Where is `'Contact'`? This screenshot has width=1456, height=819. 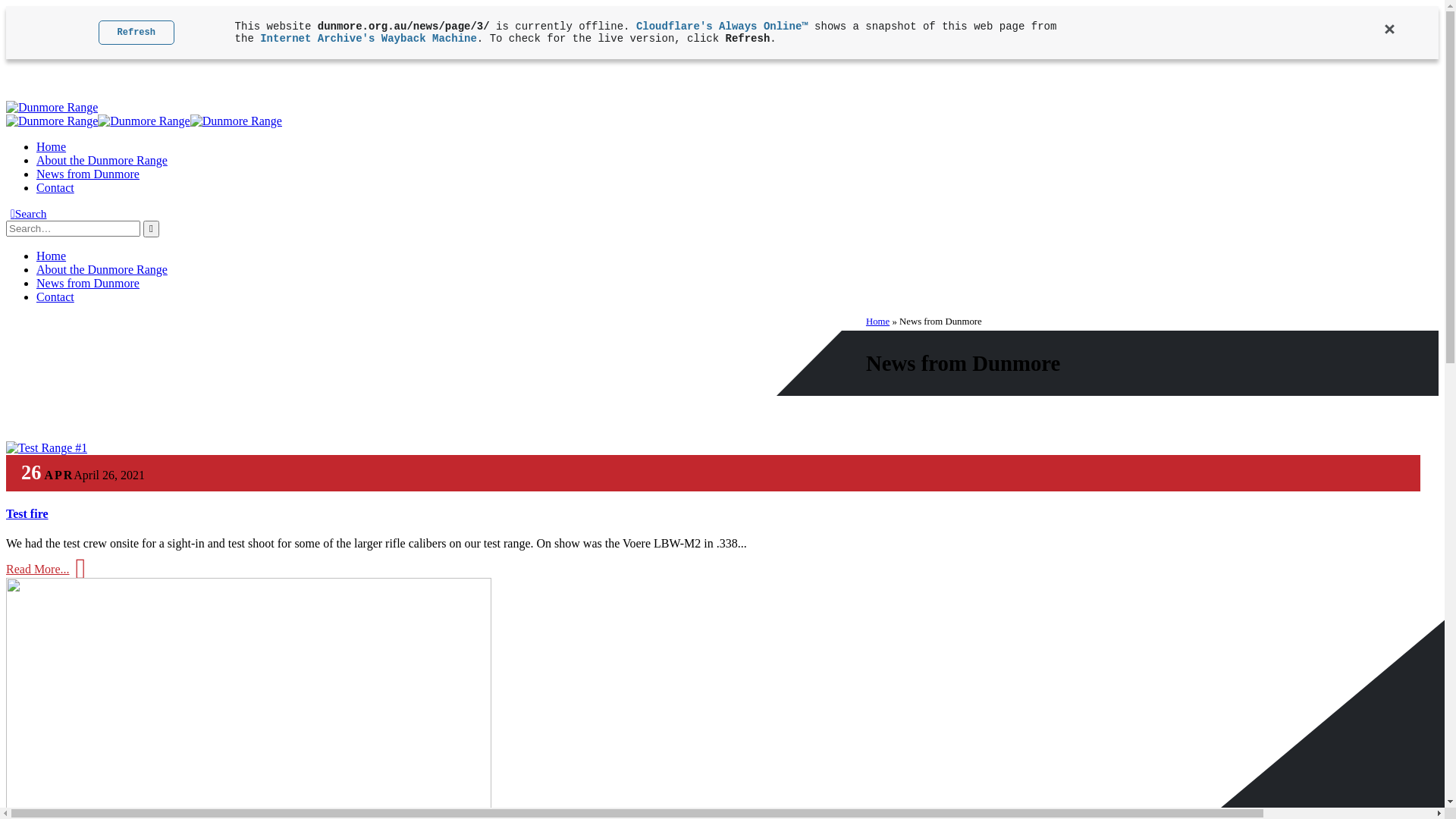 'Contact' is located at coordinates (36, 297).